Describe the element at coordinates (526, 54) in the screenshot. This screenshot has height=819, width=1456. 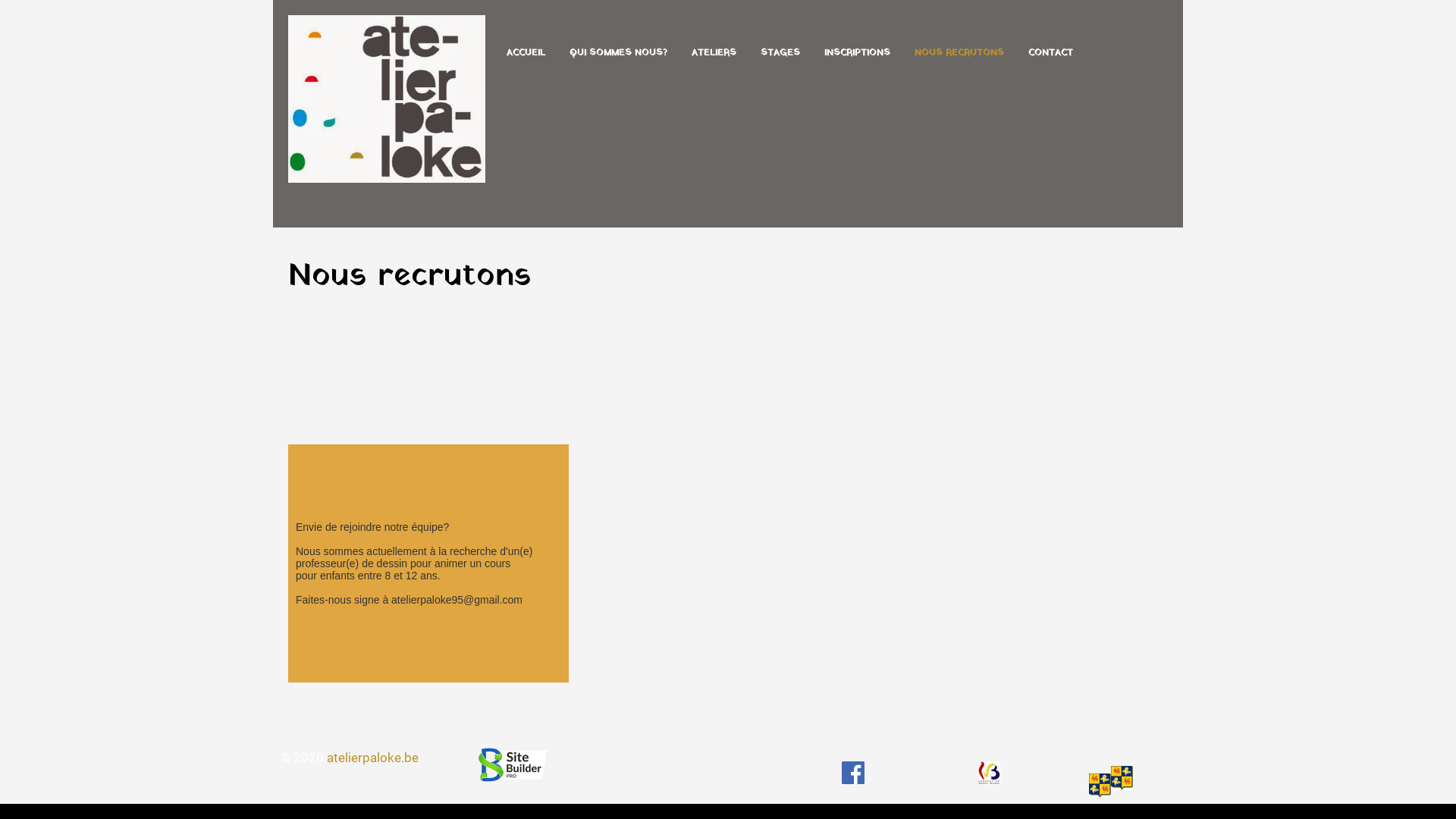
I see `'ACCUEIL'` at that location.